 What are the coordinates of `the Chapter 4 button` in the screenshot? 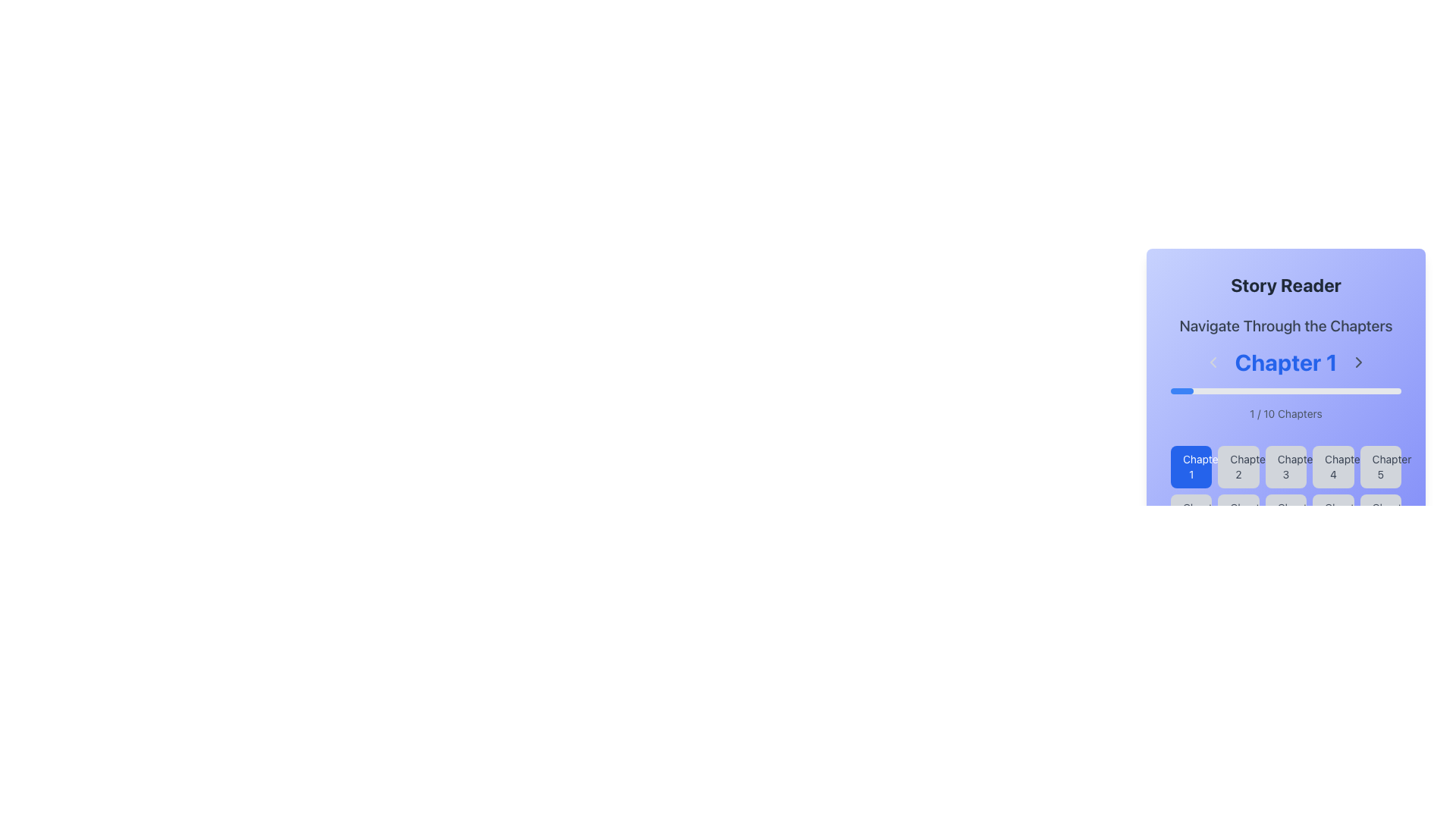 It's located at (1332, 466).